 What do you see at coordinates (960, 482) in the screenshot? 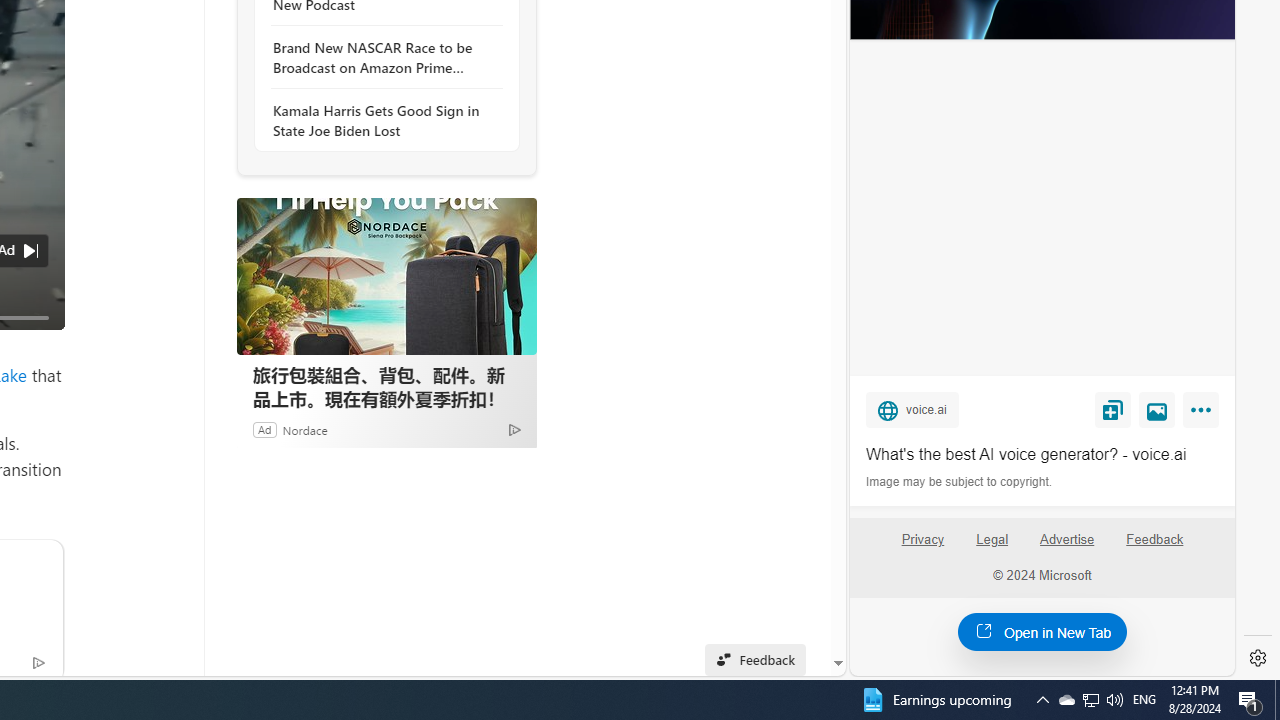
I see `'Image may be subject to copyright.'` at bounding box center [960, 482].